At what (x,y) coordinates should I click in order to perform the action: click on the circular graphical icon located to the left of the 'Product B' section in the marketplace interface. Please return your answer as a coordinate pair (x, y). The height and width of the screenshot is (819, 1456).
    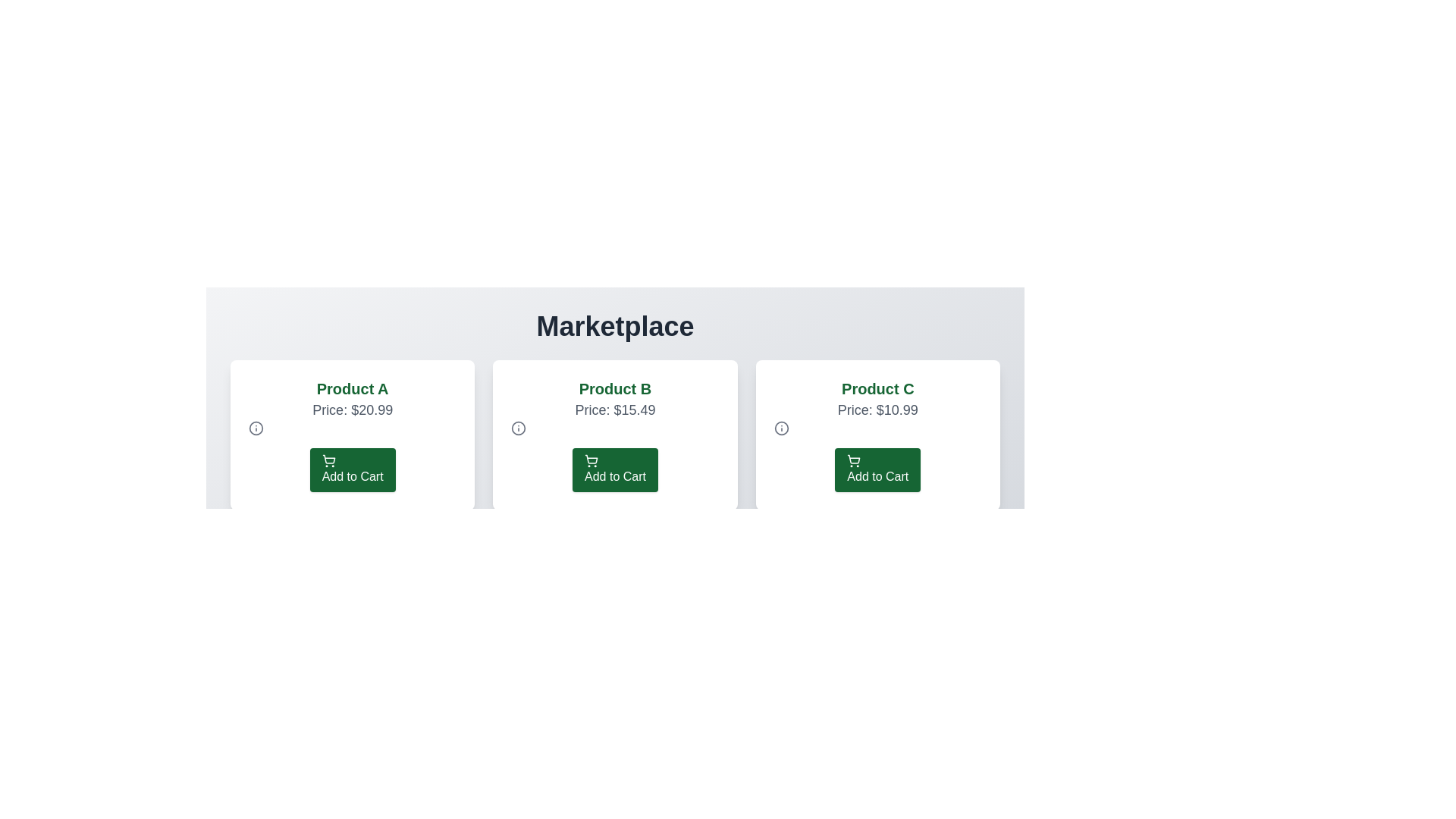
    Looking at the image, I should click on (519, 428).